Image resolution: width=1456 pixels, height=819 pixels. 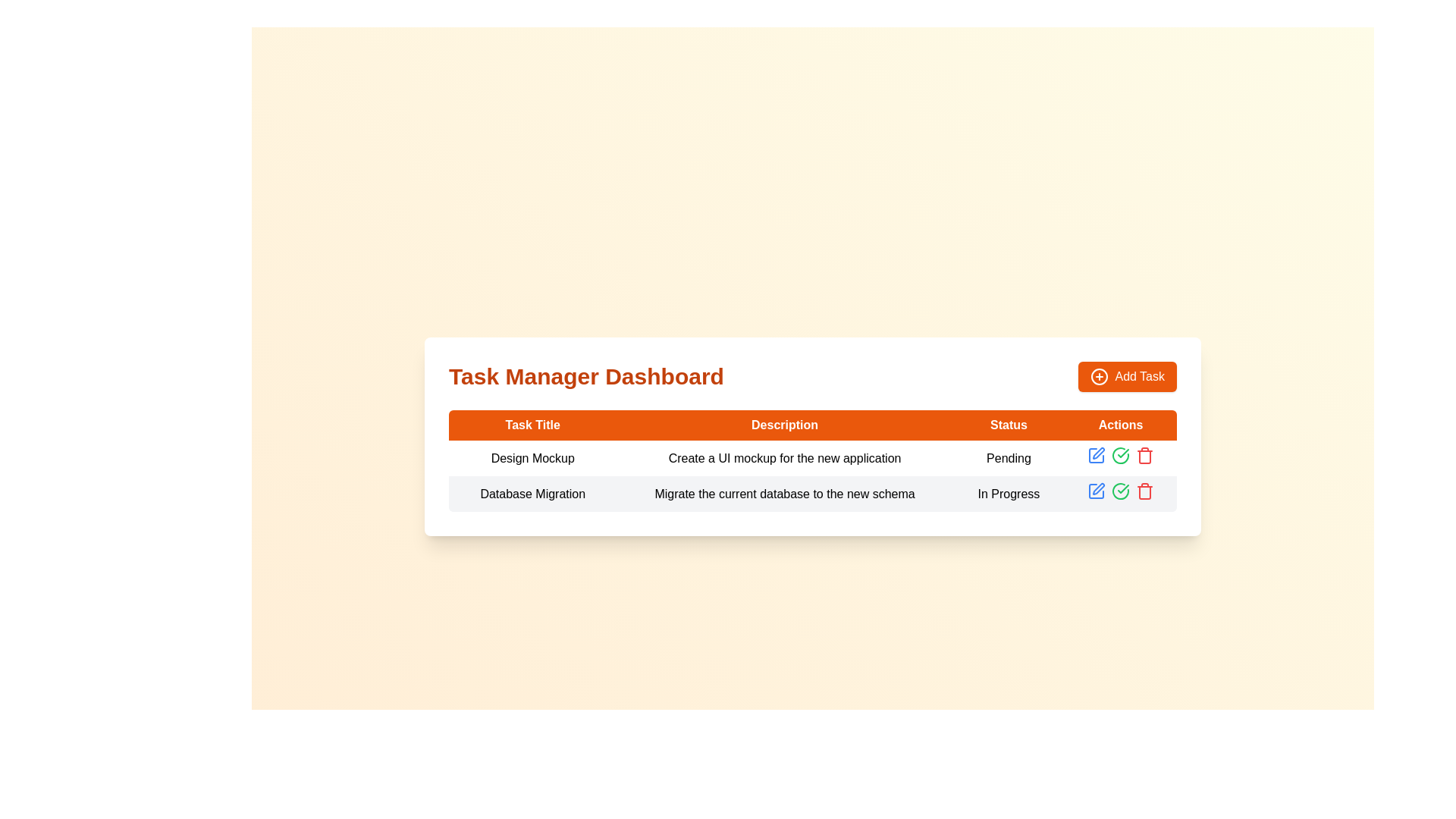 I want to click on the circular '+' icon located in the upper-right corner of the content card, so click(x=1100, y=376).